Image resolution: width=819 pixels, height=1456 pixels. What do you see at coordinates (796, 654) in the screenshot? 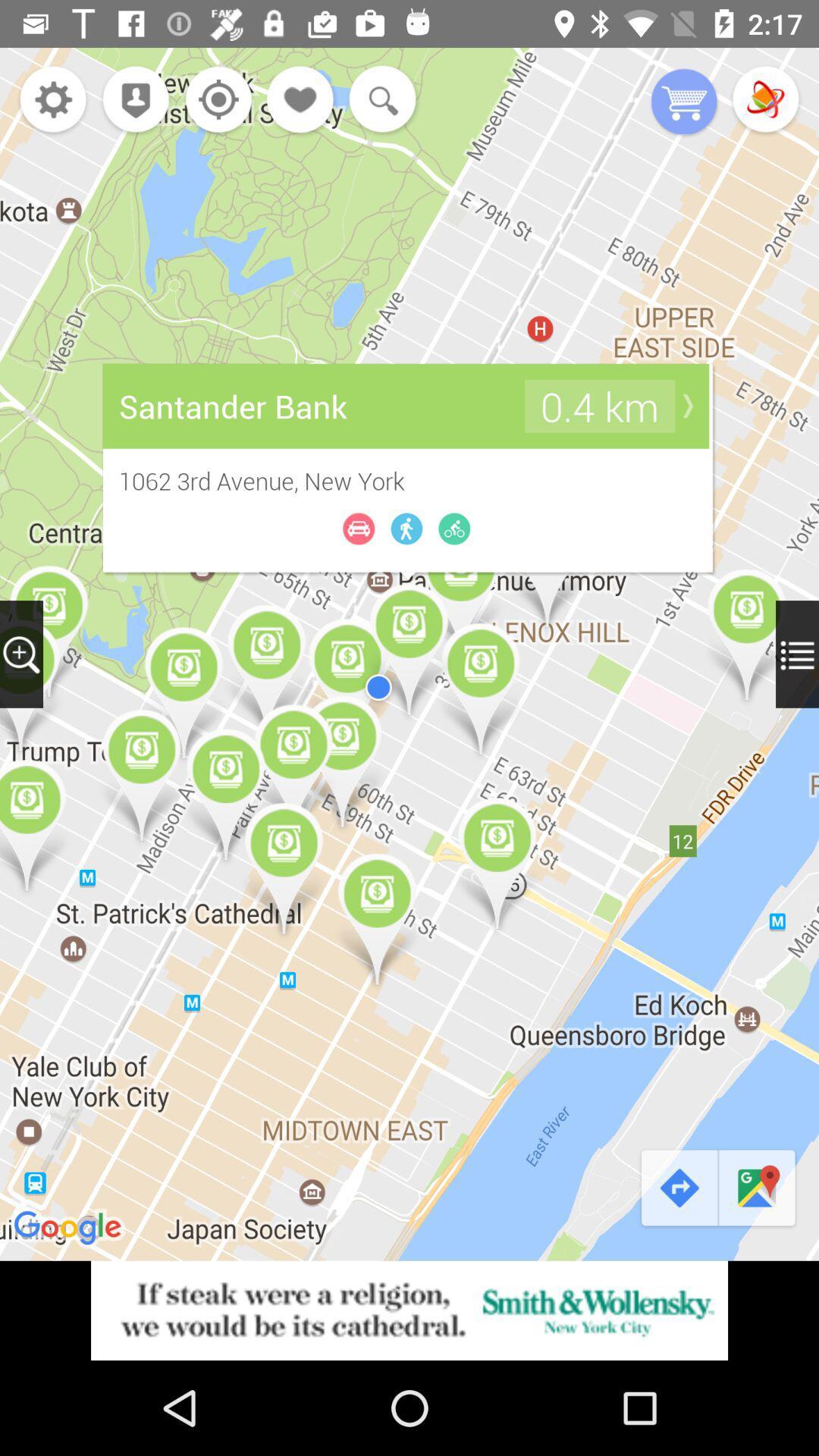
I see `the menu icon` at bounding box center [796, 654].